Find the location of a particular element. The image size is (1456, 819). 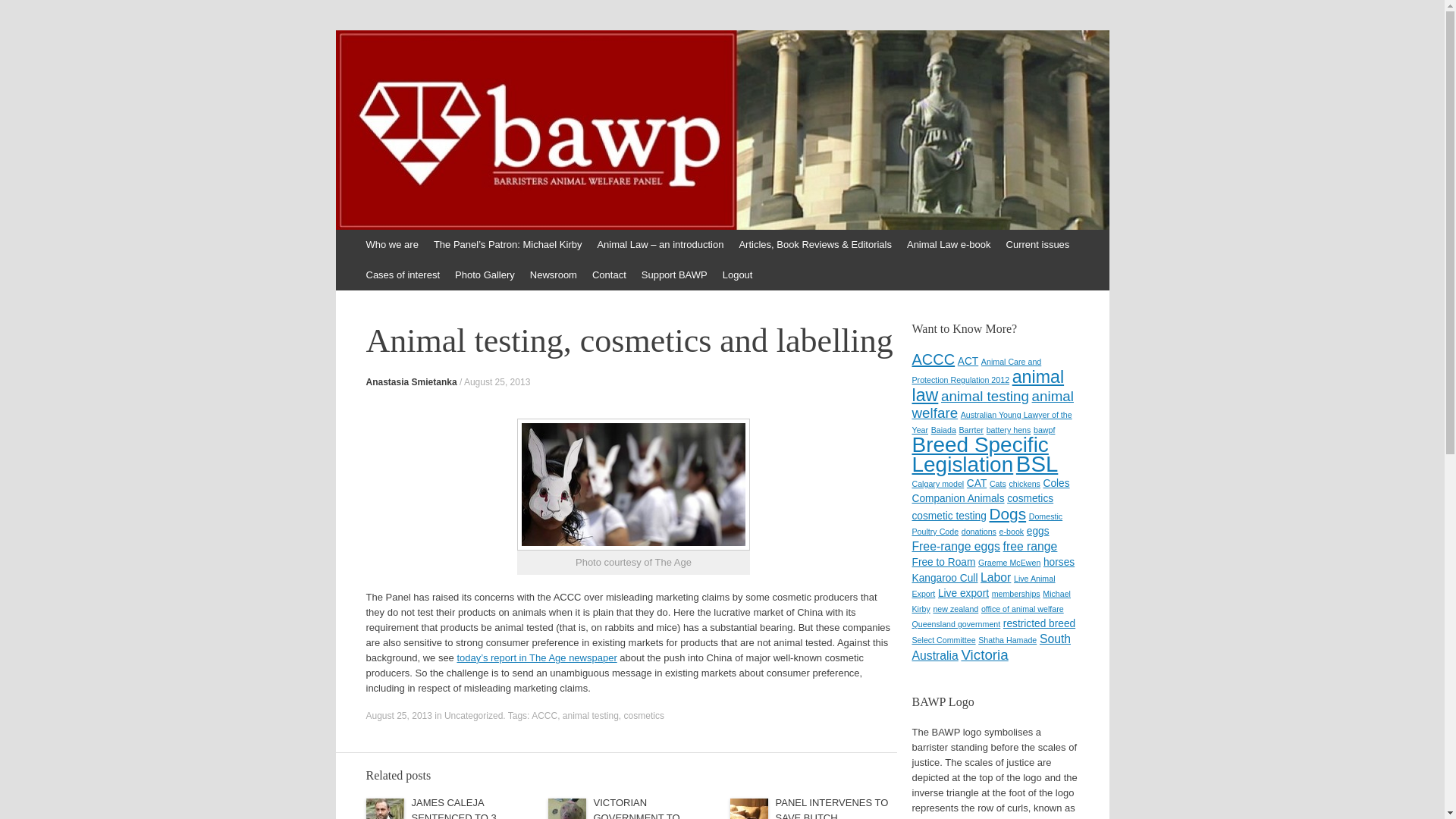

'Live export' is located at coordinates (962, 592).